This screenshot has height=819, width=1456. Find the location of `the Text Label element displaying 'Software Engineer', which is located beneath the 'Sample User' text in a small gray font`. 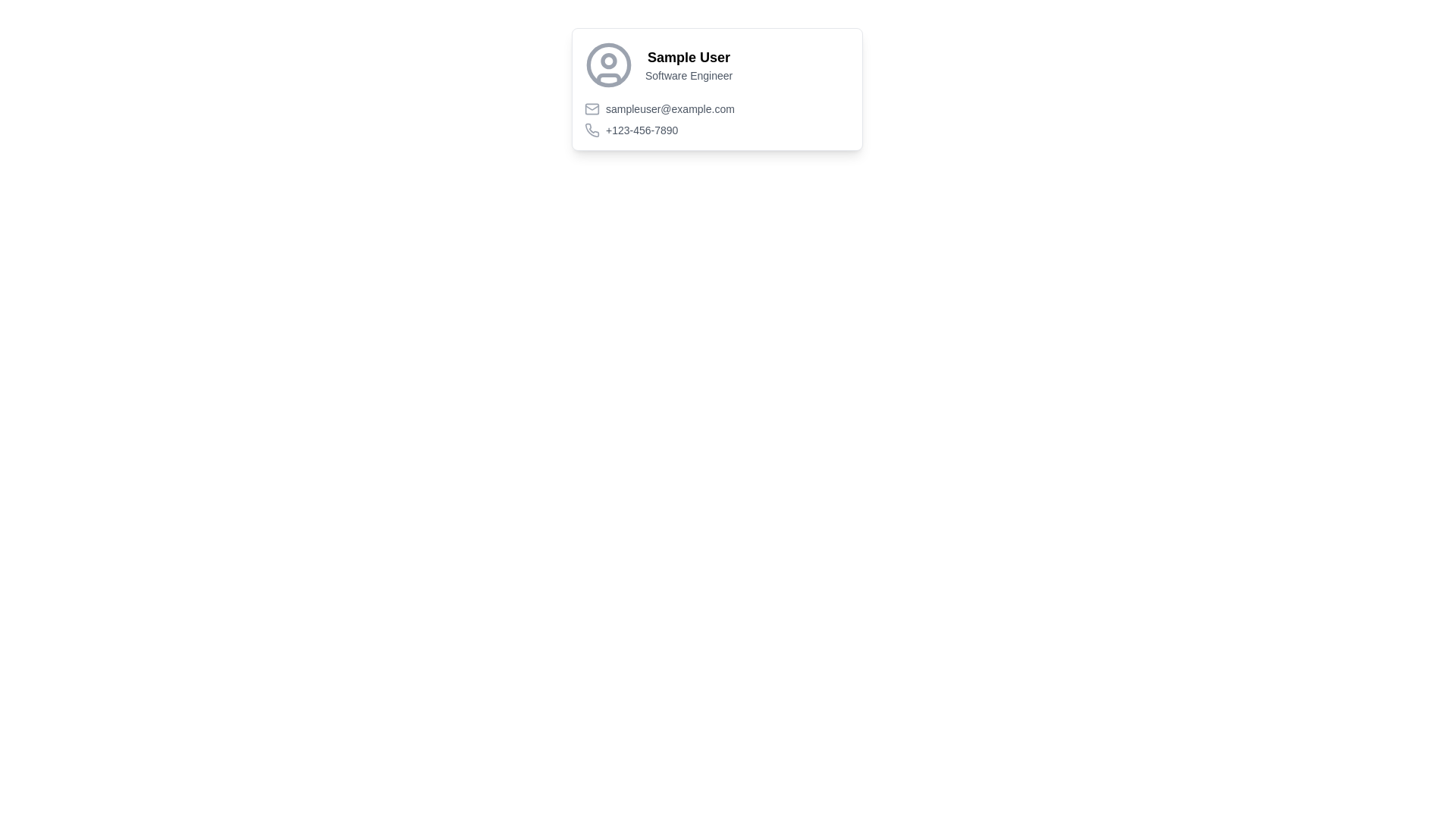

the Text Label element displaying 'Software Engineer', which is located beneath the 'Sample User' text in a small gray font is located at coordinates (688, 76).